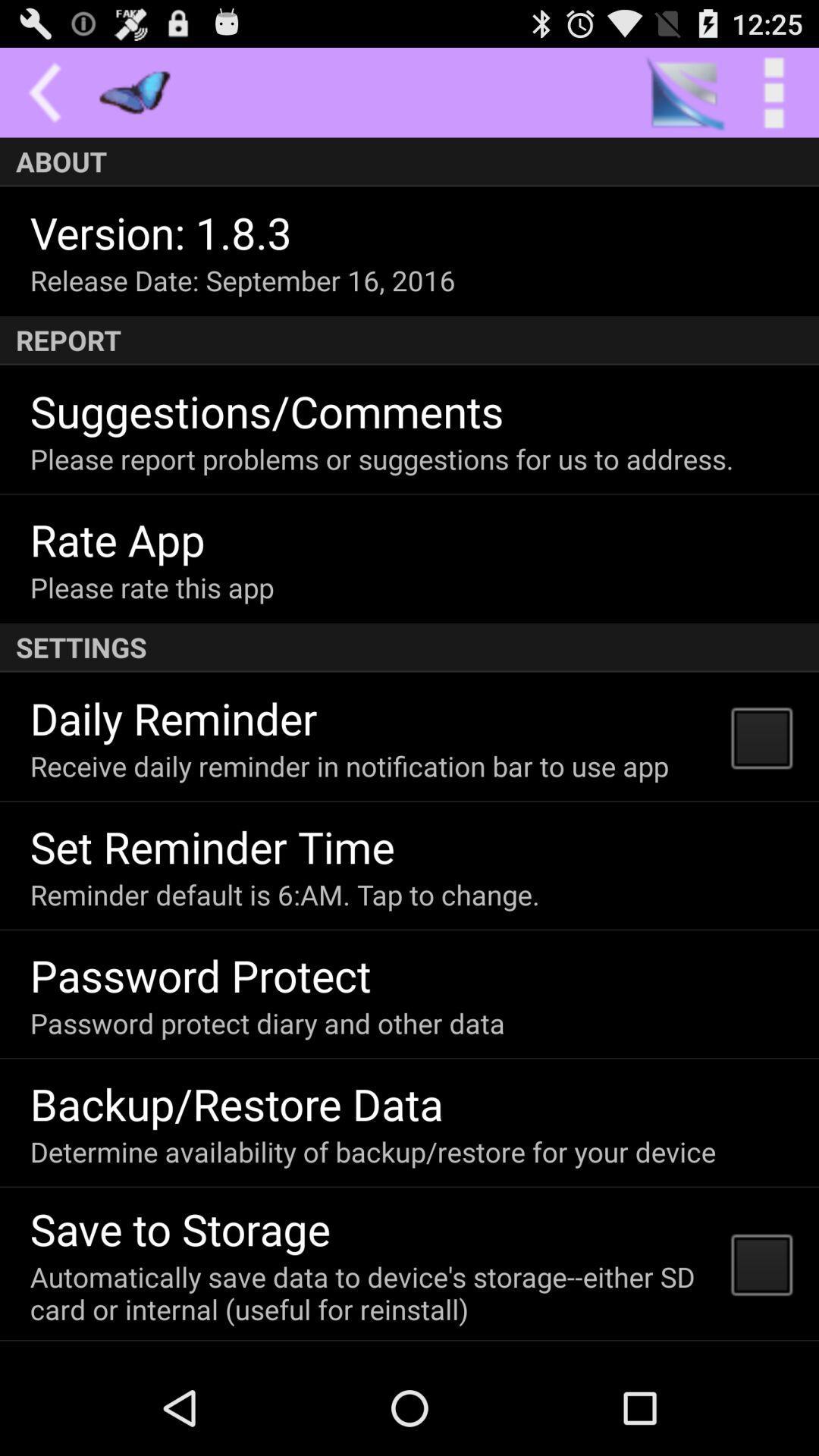 The image size is (819, 1456). Describe the element at coordinates (161, 231) in the screenshot. I see `version 1 8 item` at that location.